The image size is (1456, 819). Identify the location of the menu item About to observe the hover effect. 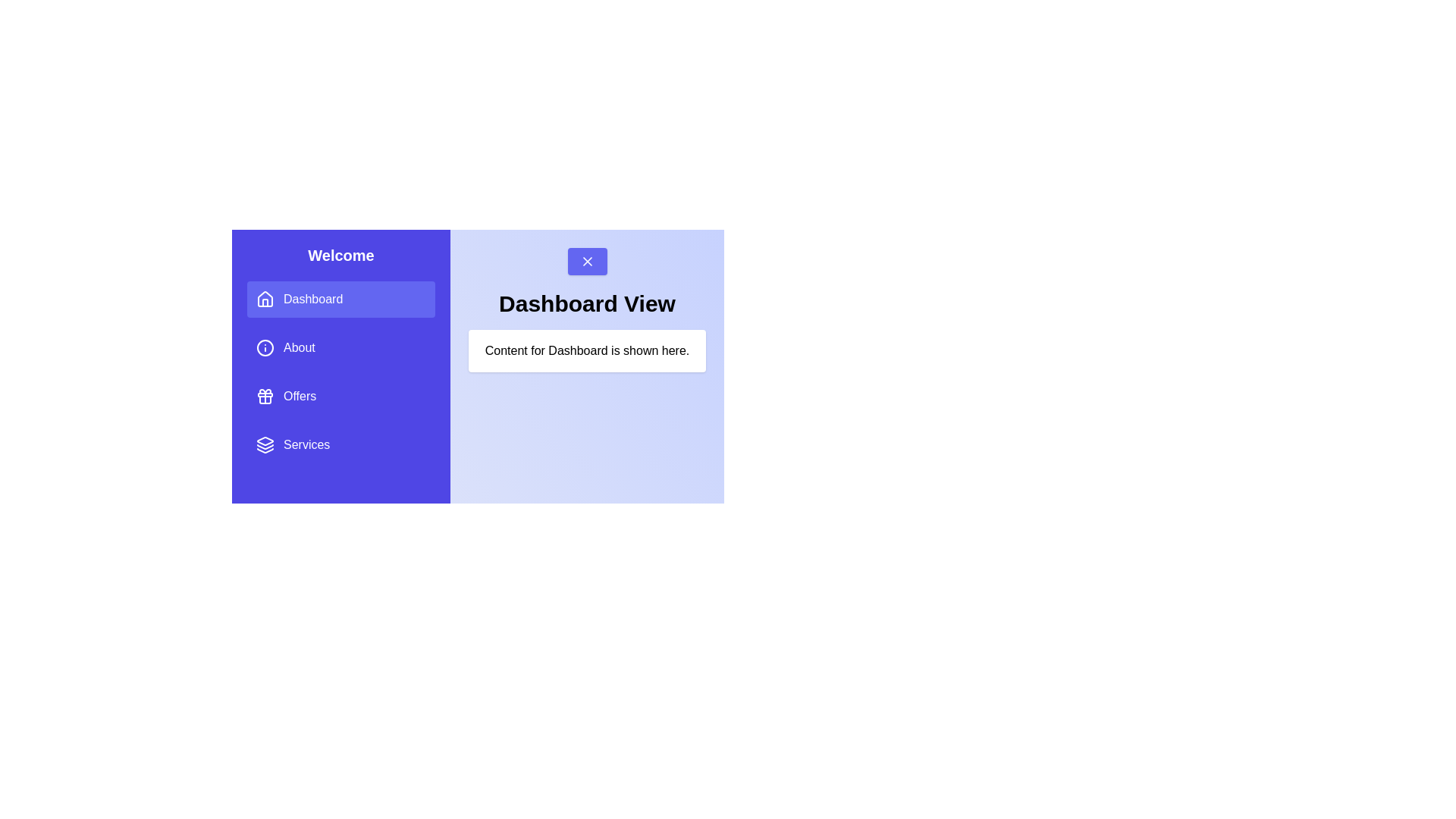
(340, 348).